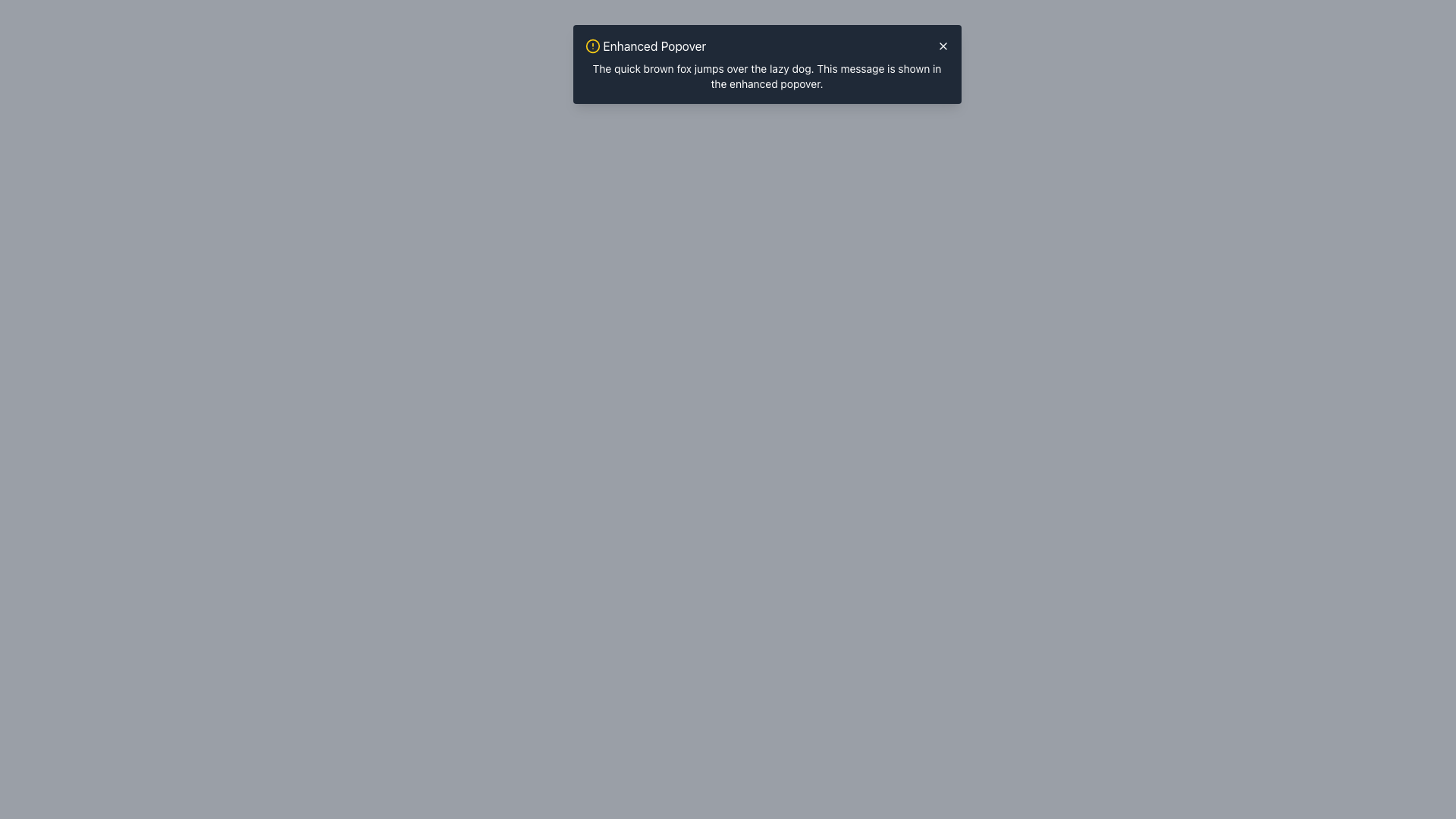 This screenshot has height=819, width=1456. What do you see at coordinates (591, 45) in the screenshot?
I see `the SVG circle element that represents the alert icon in the 'Enhanced Popover' pop-up box` at bounding box center [591, 45].